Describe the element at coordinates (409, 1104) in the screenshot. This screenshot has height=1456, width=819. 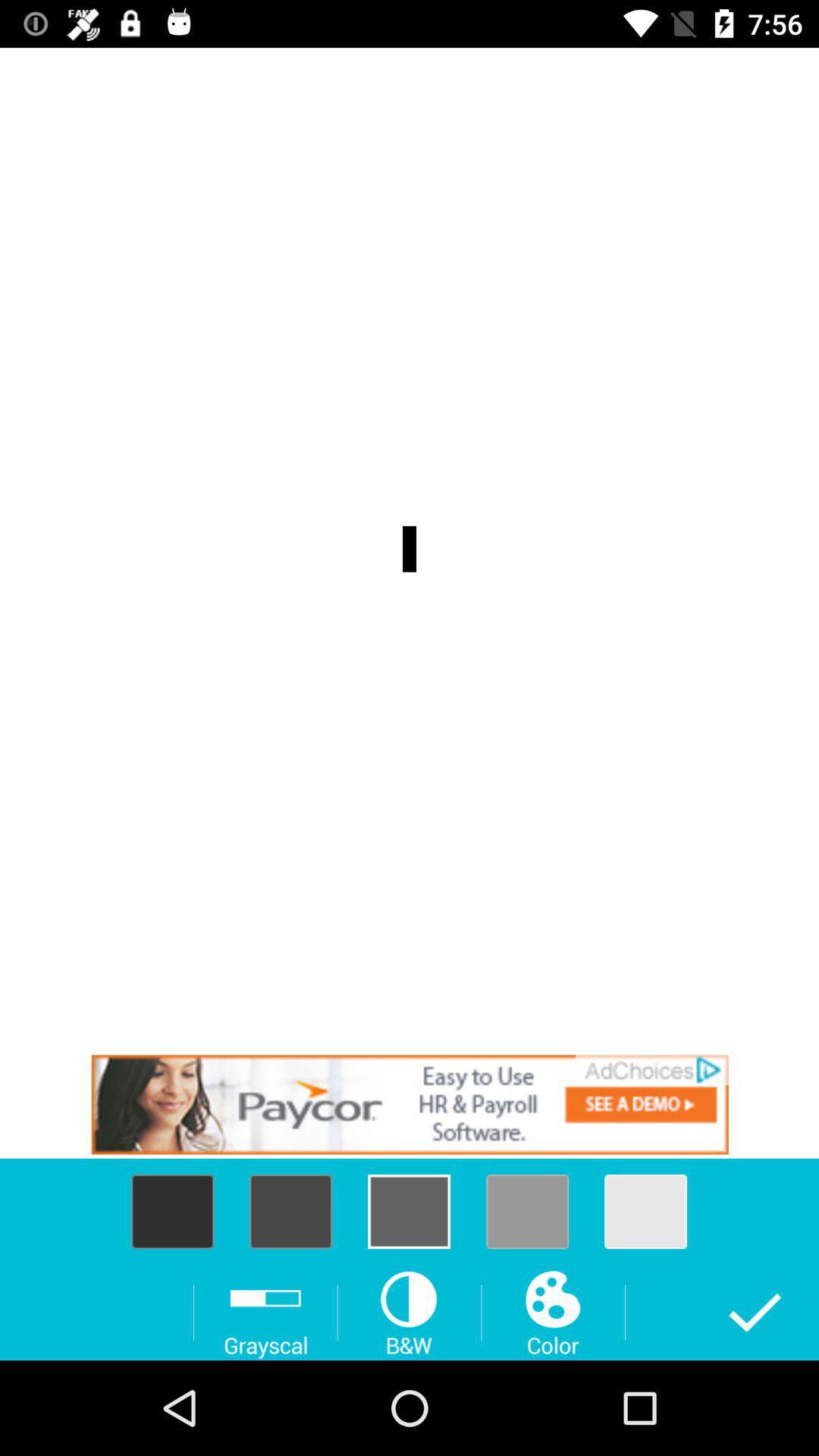
I see `camera to pdf scanner` at that location.